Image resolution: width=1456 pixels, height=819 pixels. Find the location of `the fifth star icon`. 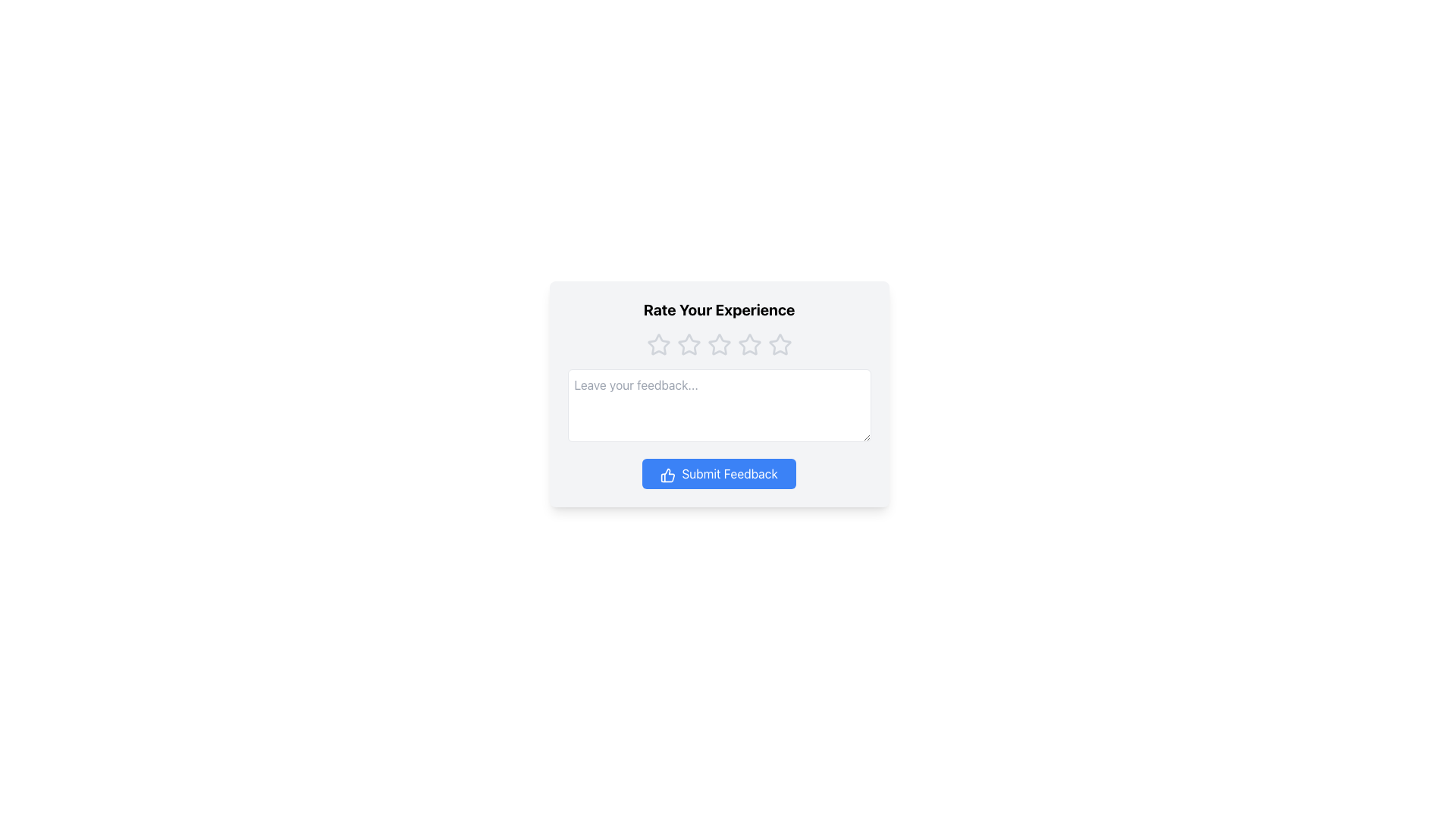

the fifth star icon is located at coordinates (780, 344).